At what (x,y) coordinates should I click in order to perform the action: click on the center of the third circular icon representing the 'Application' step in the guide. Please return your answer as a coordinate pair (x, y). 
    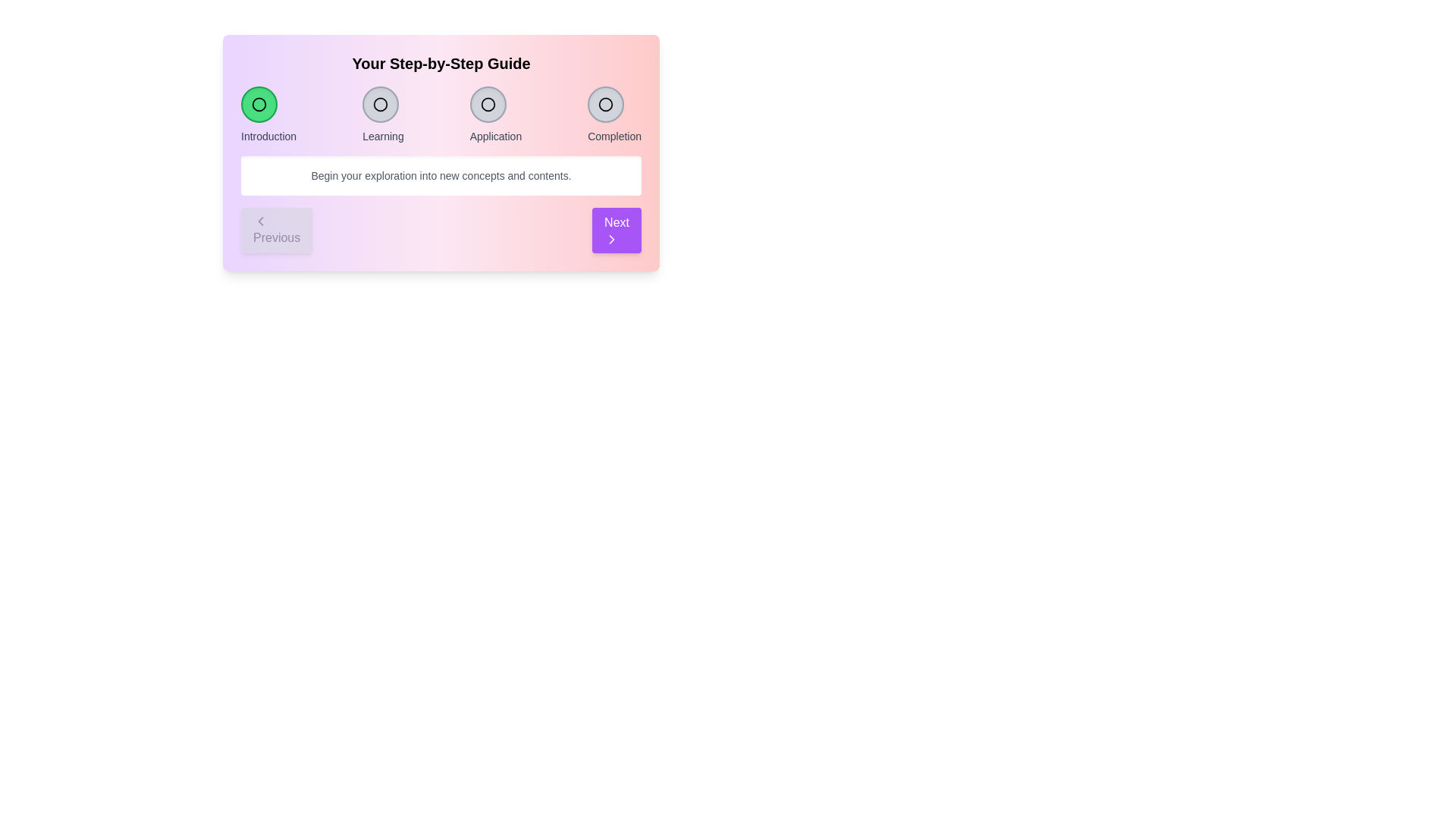
    Looking at the image, I should click on (488, 104).